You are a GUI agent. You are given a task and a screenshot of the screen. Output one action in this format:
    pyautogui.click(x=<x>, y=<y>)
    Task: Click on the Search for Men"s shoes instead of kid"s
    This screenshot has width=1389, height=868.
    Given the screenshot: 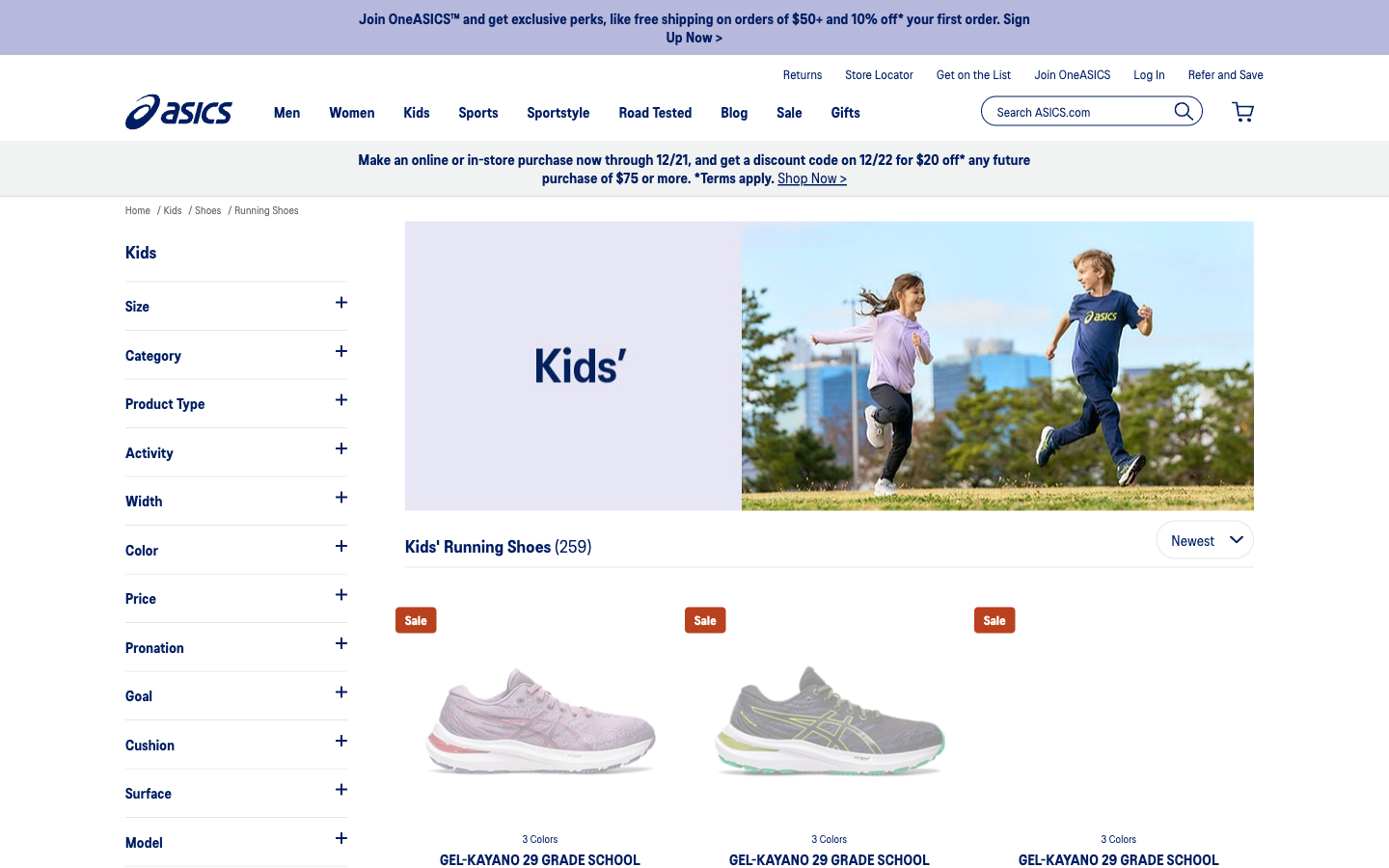 What is the action you would take?
    pyautogui.click(x=286, y=112)
    